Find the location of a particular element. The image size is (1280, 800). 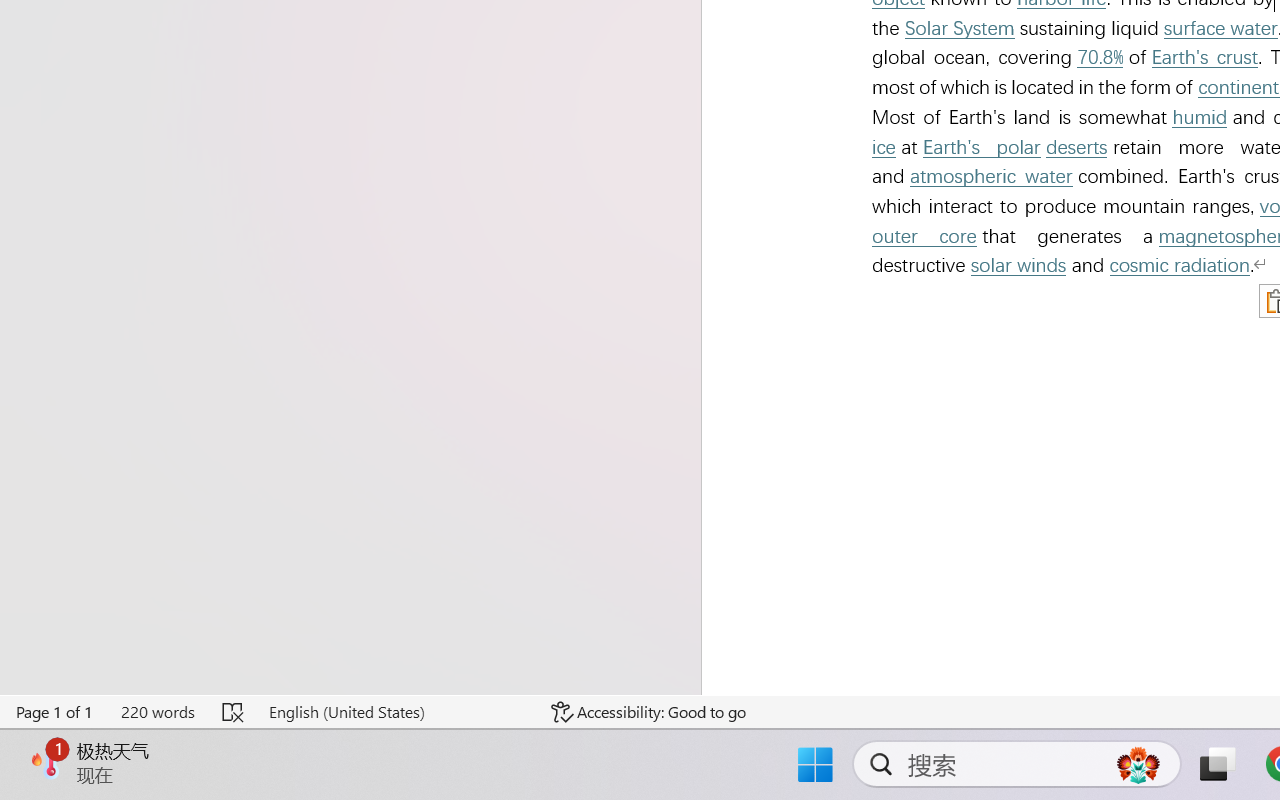

'Earth' is located at coordinates (981, 147).